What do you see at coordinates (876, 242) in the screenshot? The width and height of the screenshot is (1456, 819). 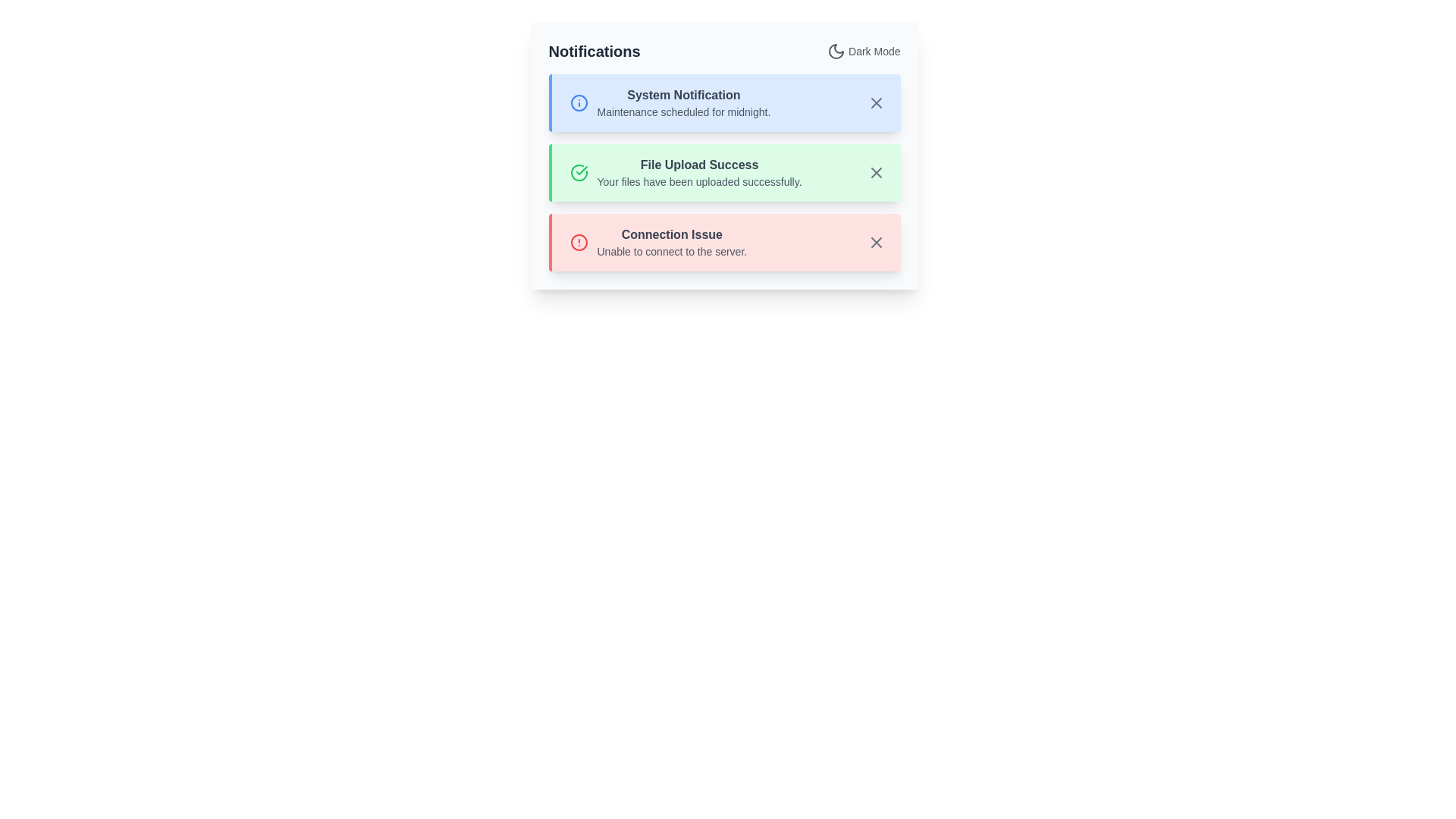 I see `the small 'X' icon close button located at the top-right corner of the 'Connection Issue' notification card` at bounding box center [876, 242].